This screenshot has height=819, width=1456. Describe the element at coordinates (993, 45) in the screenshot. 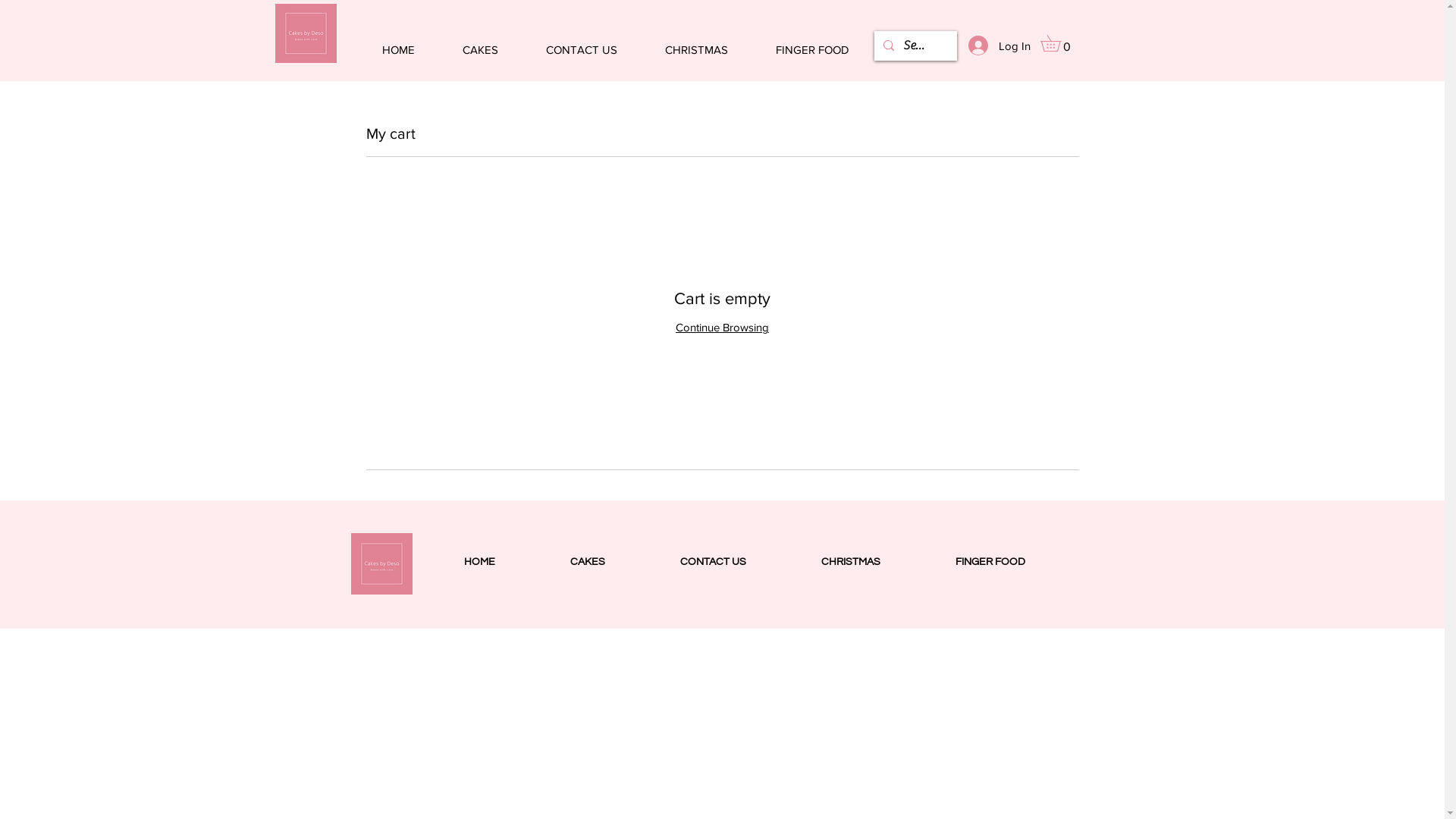

I see `'Log In'` at that location.